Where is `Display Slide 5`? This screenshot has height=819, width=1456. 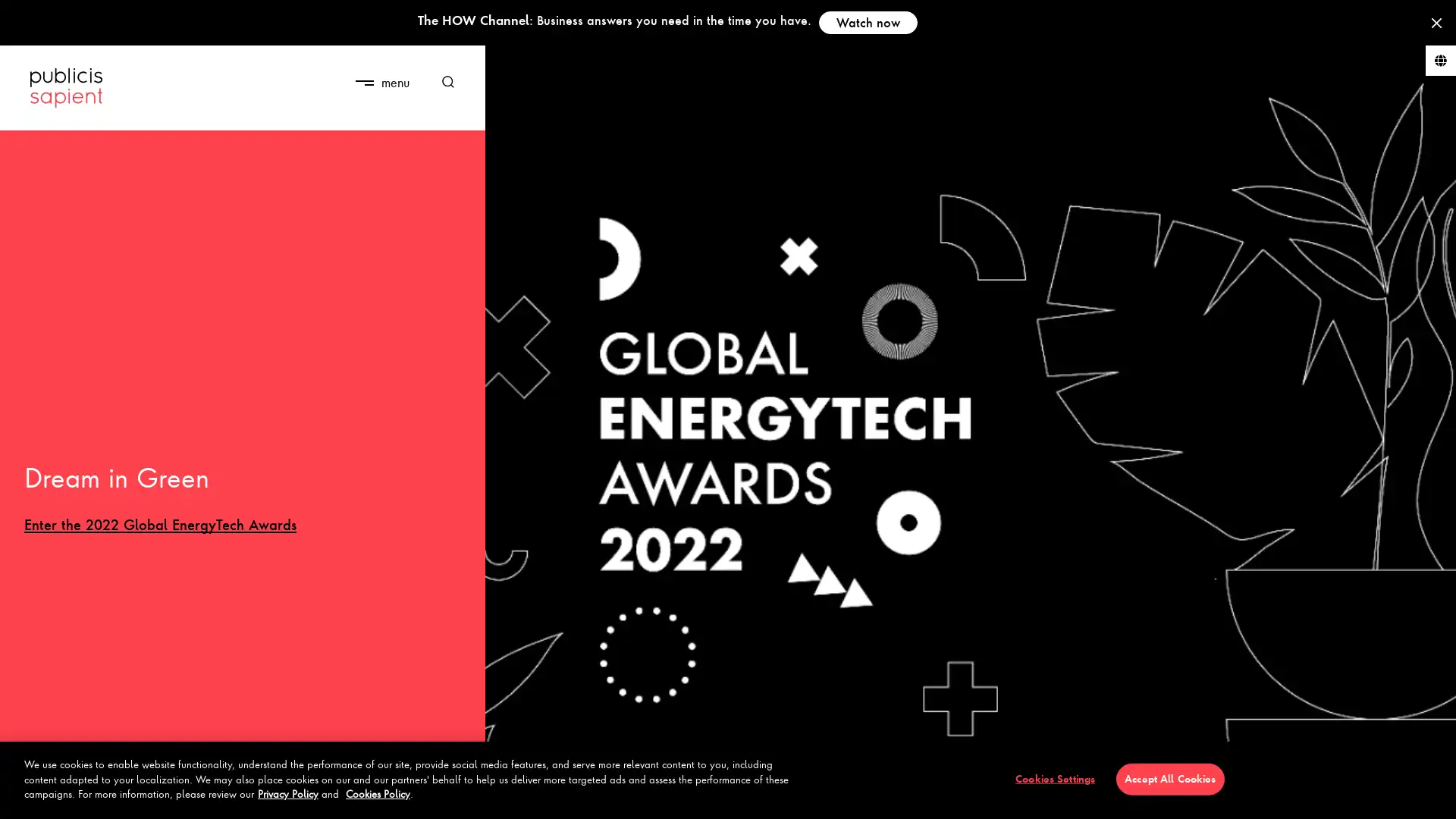
Display Slide 5 is located at coordinates (134, 798).